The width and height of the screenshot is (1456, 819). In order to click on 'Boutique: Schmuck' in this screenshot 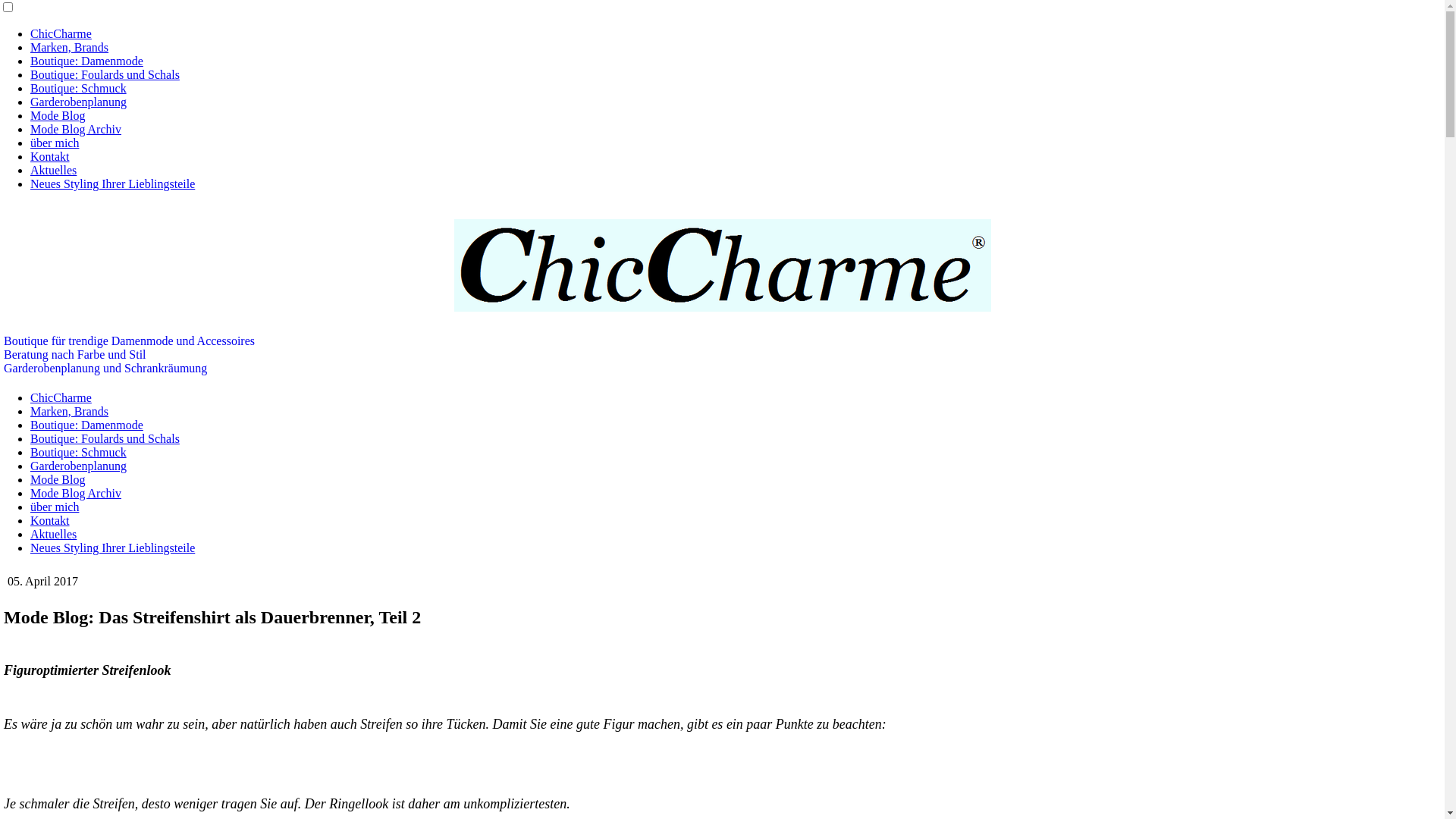, I will do `click(77, 451)`.